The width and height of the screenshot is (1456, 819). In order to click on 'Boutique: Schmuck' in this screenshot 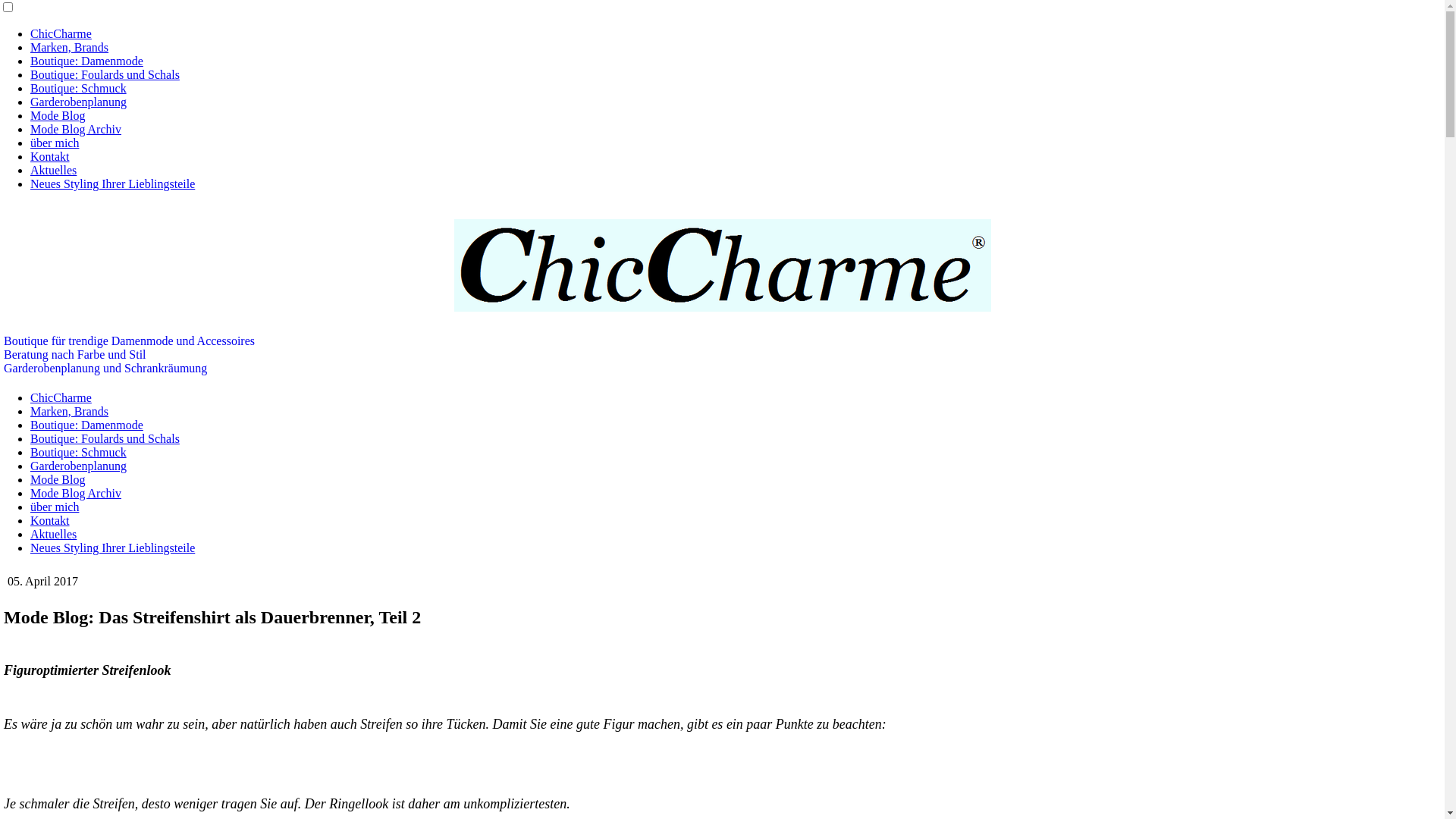, I will do `click(77, 451)`.